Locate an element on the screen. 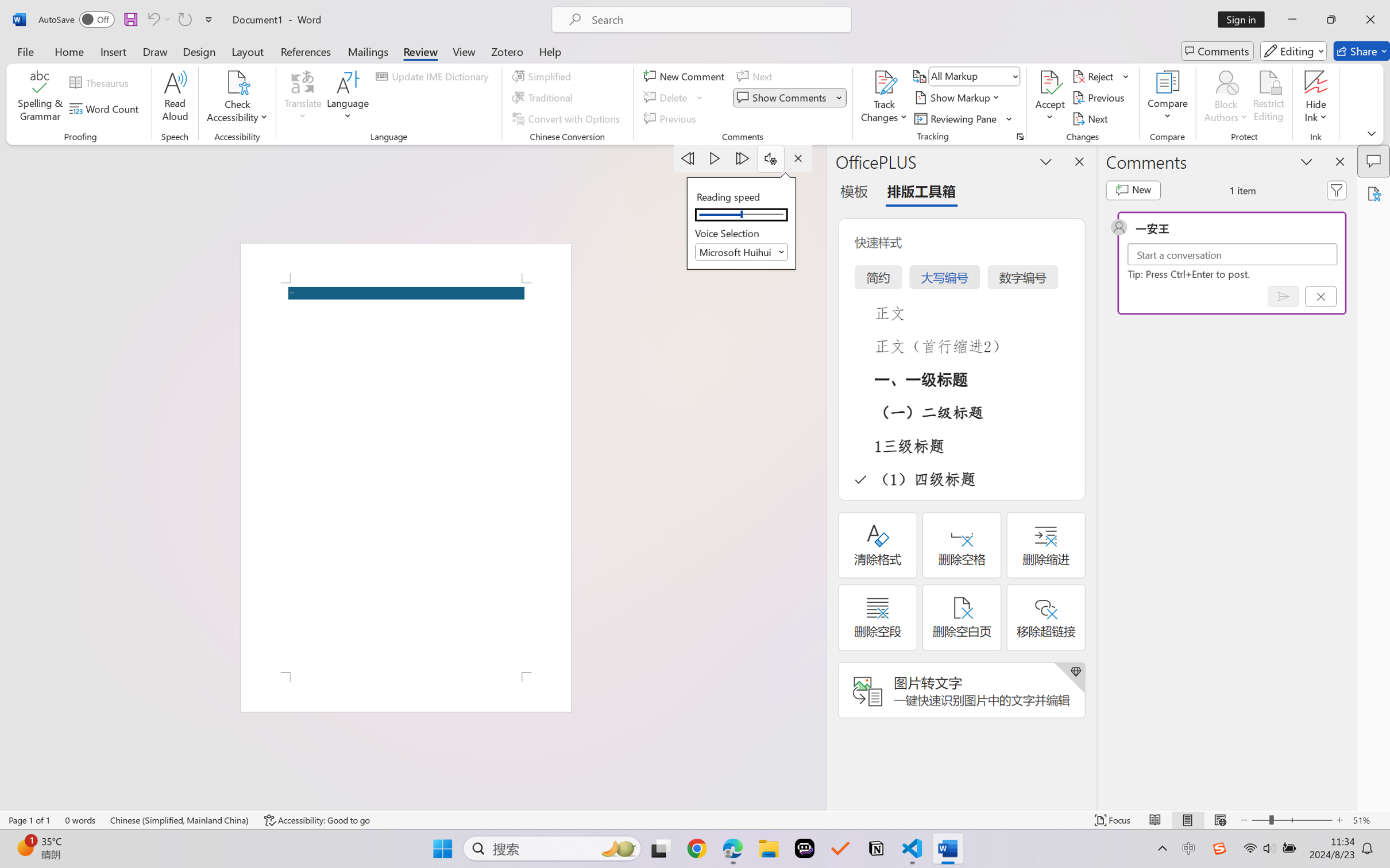 Image resolution: width=1390 pixels, height=868 pixels. 'Reviewing Pane' is located at coordinates (956, 119).